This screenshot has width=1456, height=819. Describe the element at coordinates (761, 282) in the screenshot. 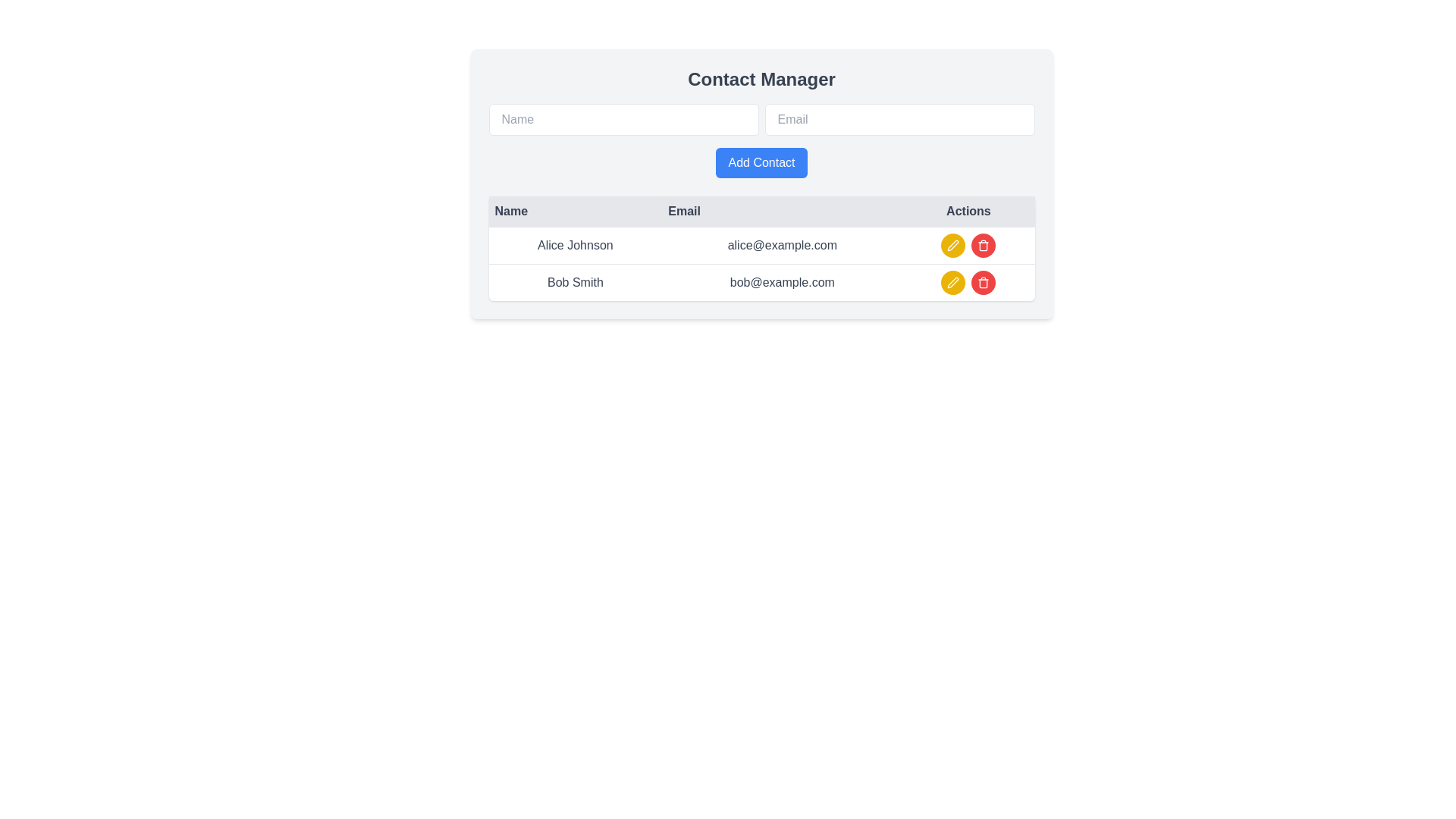

I see `the second row in the contact table displaying the name and email address, which is located below the row containing 'Alice Johnson' and 'alice@example.com'` at that location.